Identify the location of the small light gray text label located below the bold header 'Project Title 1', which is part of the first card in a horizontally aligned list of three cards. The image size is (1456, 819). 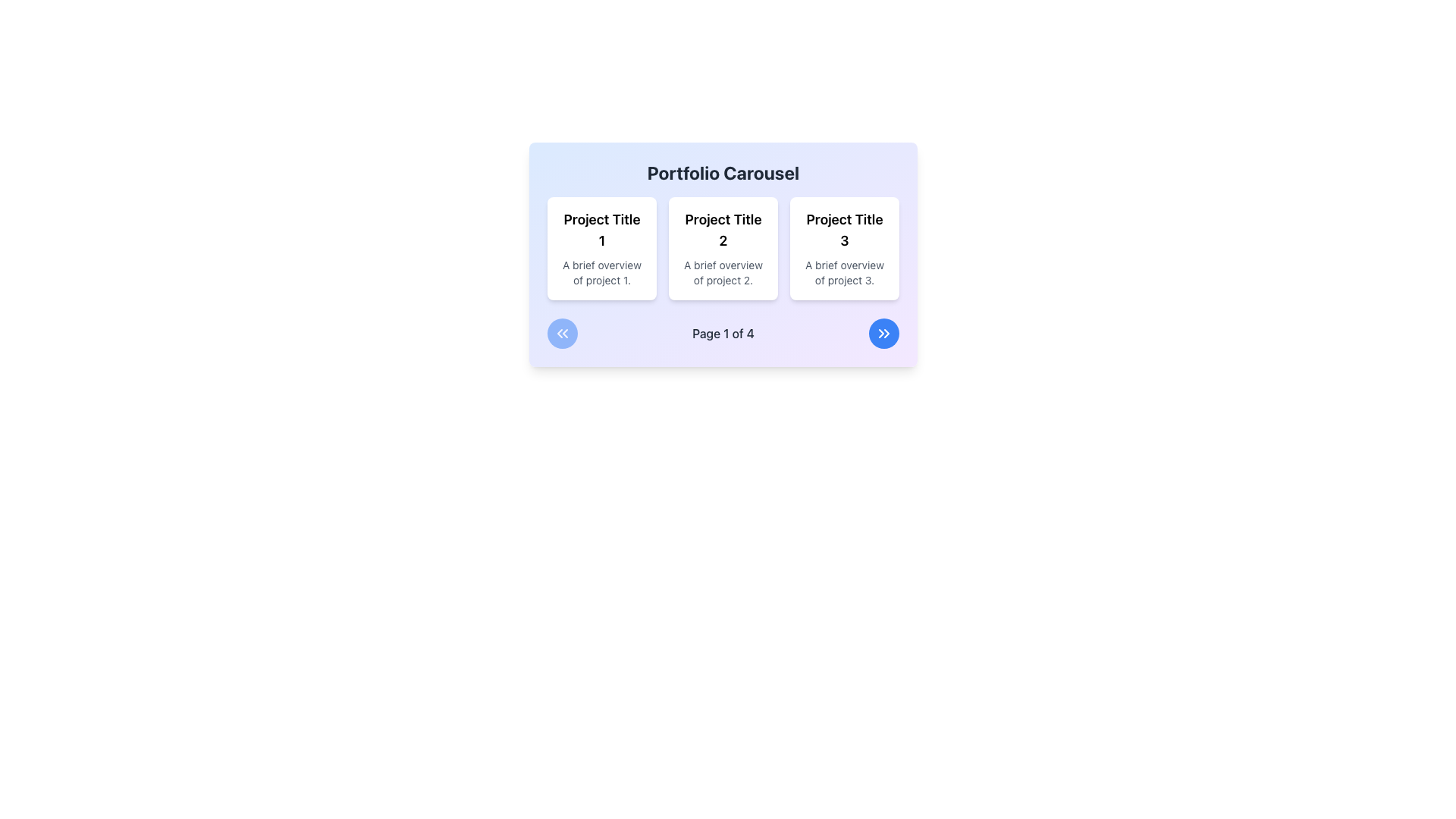
(601, 271).